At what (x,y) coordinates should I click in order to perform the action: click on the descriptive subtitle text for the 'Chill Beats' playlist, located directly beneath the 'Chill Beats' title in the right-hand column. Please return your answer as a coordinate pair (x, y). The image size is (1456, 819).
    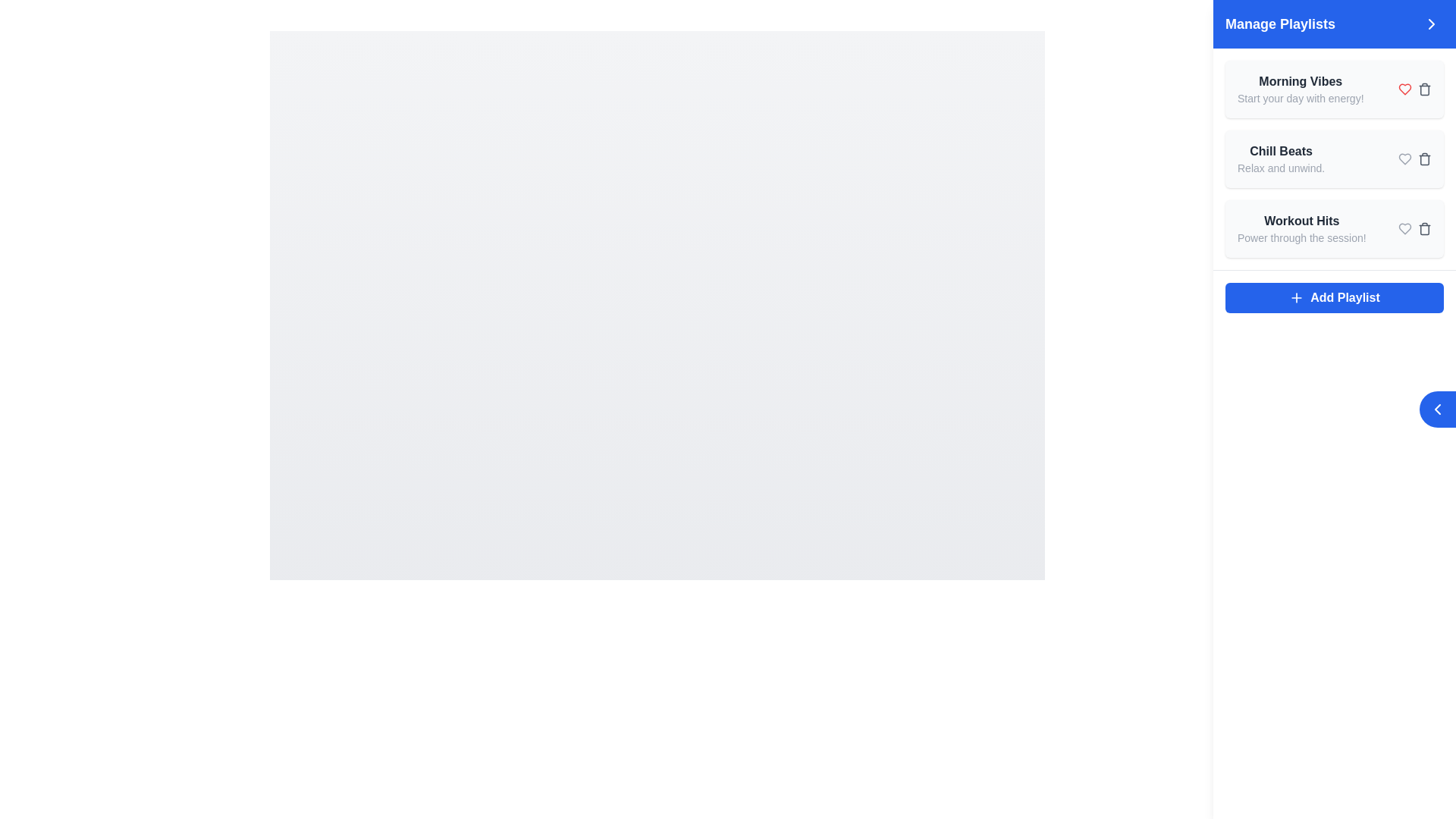
    Looking at the image, I should click on (1280, 168).